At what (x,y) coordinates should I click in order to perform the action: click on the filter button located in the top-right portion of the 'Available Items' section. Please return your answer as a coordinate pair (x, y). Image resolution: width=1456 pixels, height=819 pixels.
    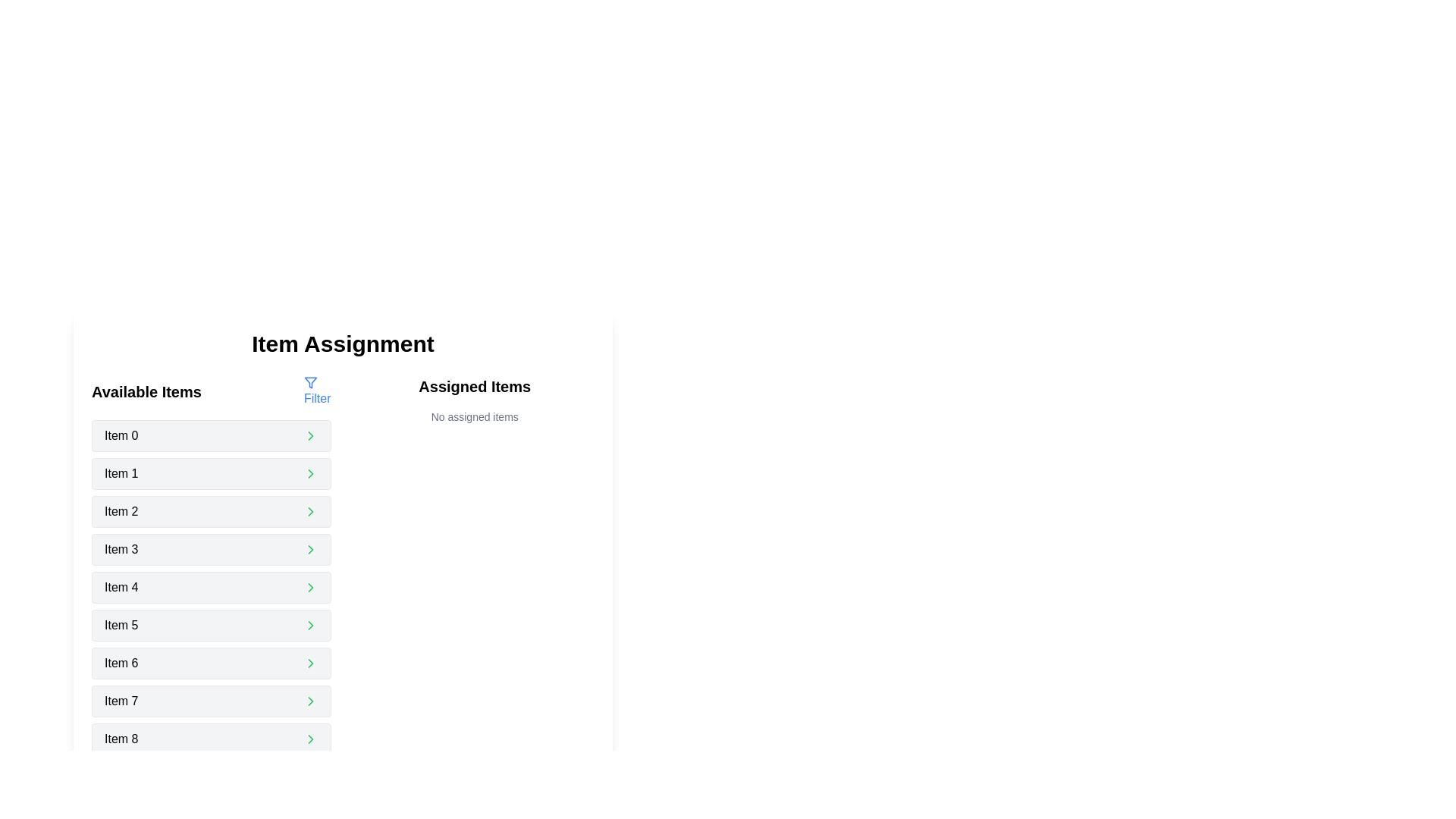
    Looking at the image, I should click on (316, 391).